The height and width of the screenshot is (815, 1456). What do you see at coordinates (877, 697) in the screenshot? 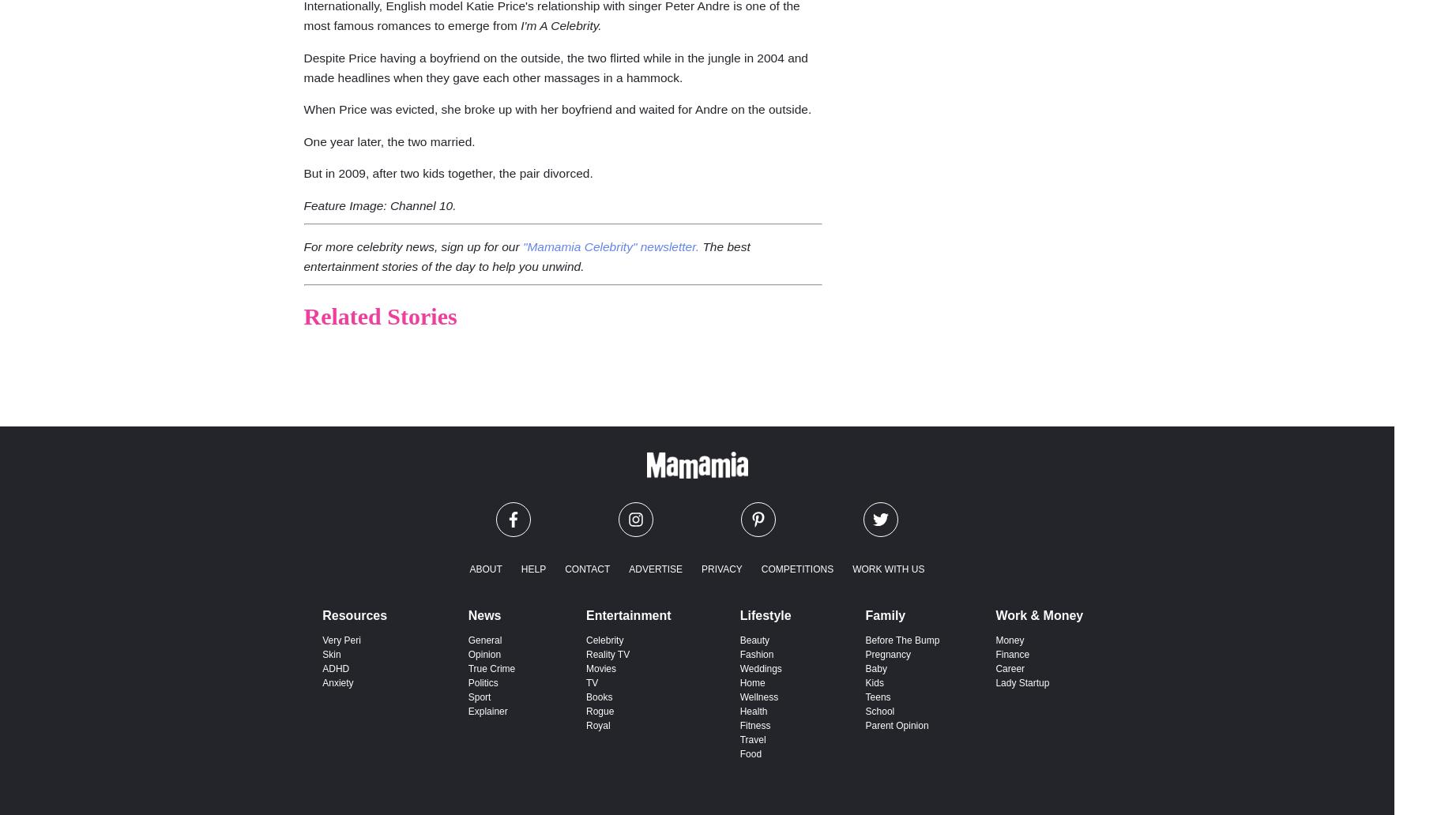
I see `'Teens'` at bounding box center [877, 697].